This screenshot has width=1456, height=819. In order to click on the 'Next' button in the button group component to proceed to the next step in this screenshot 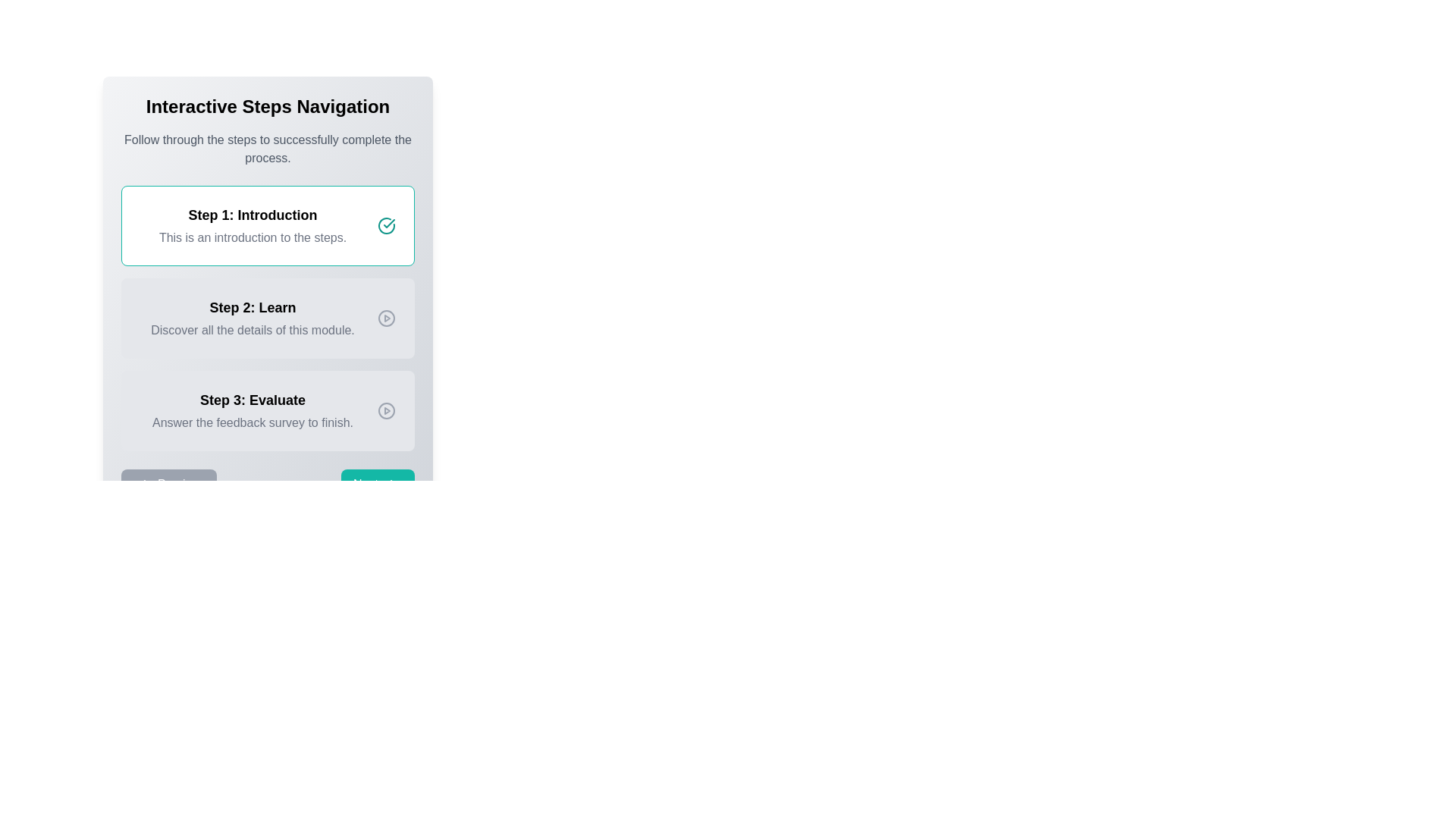, I will do `click(268, 485)`.